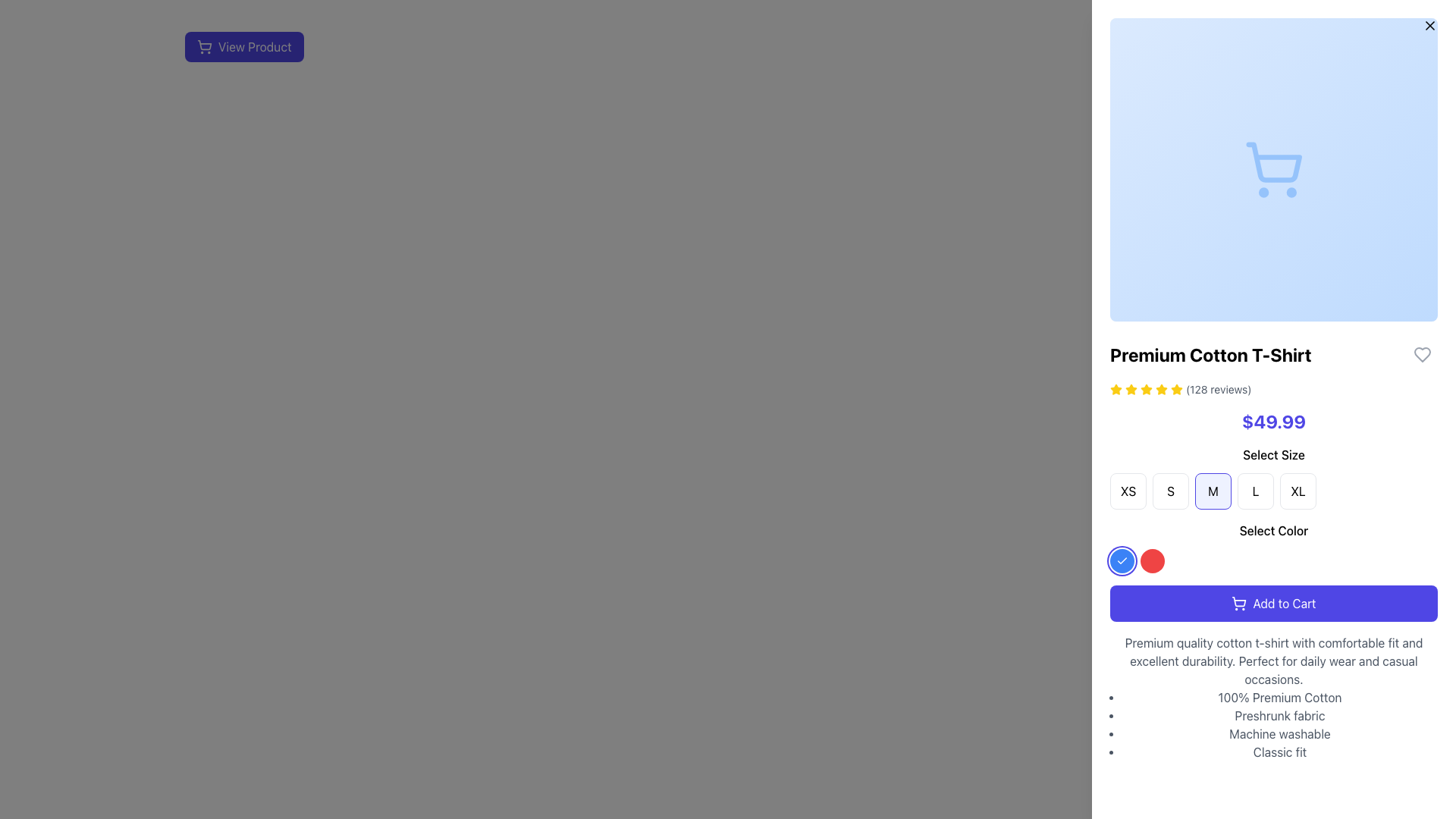 The height and width of the screenshot is (819, 1456). Describe the element at coordinates (1422, 354) in the screenshot. I see `the small heart icon button, which is gray and outlined, located to the far right of the 'Premium Cotton T-Shirt' title, to trigger its hover state effect` at that location.